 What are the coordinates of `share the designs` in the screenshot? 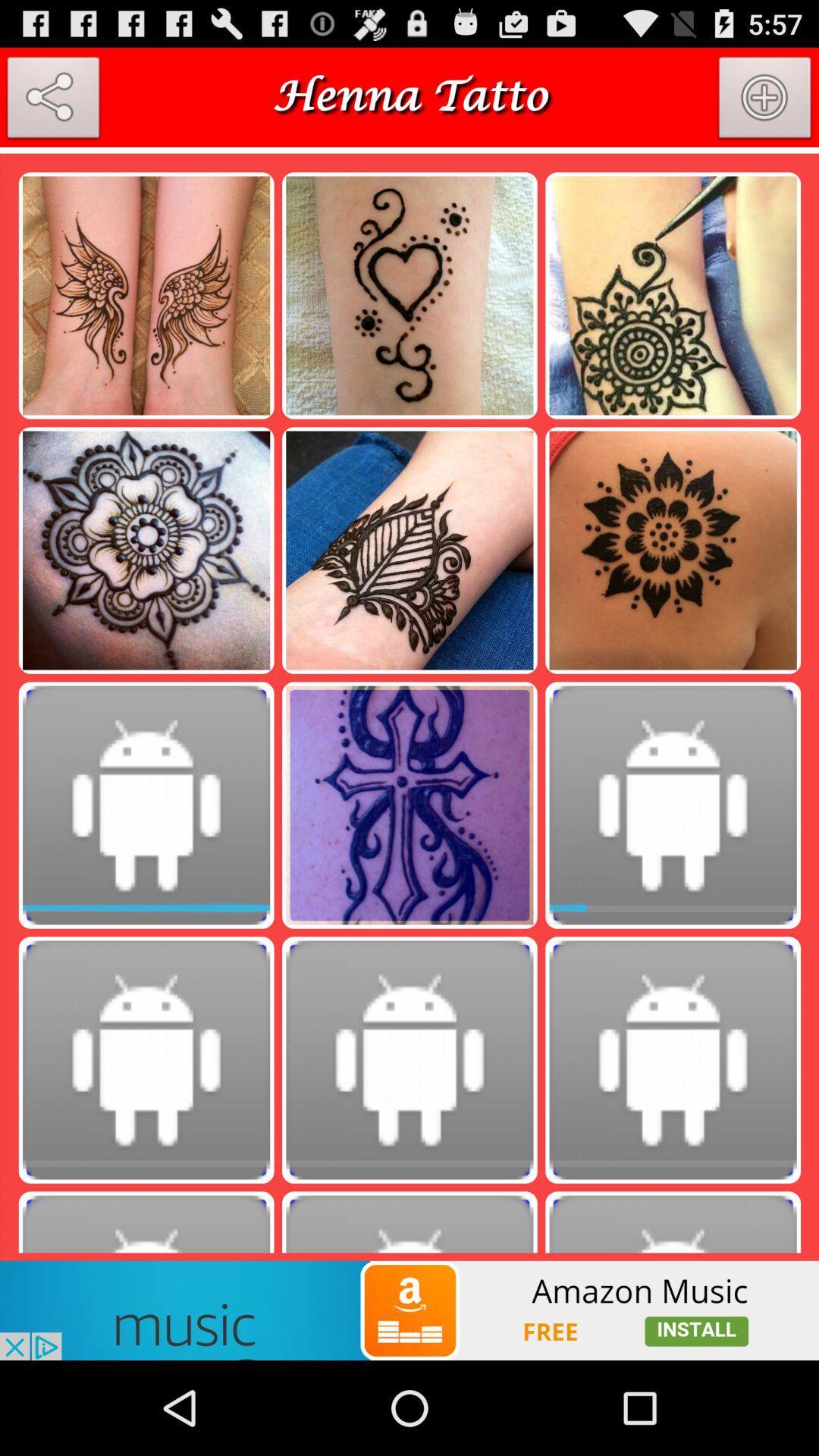 It's located at (52, 100).